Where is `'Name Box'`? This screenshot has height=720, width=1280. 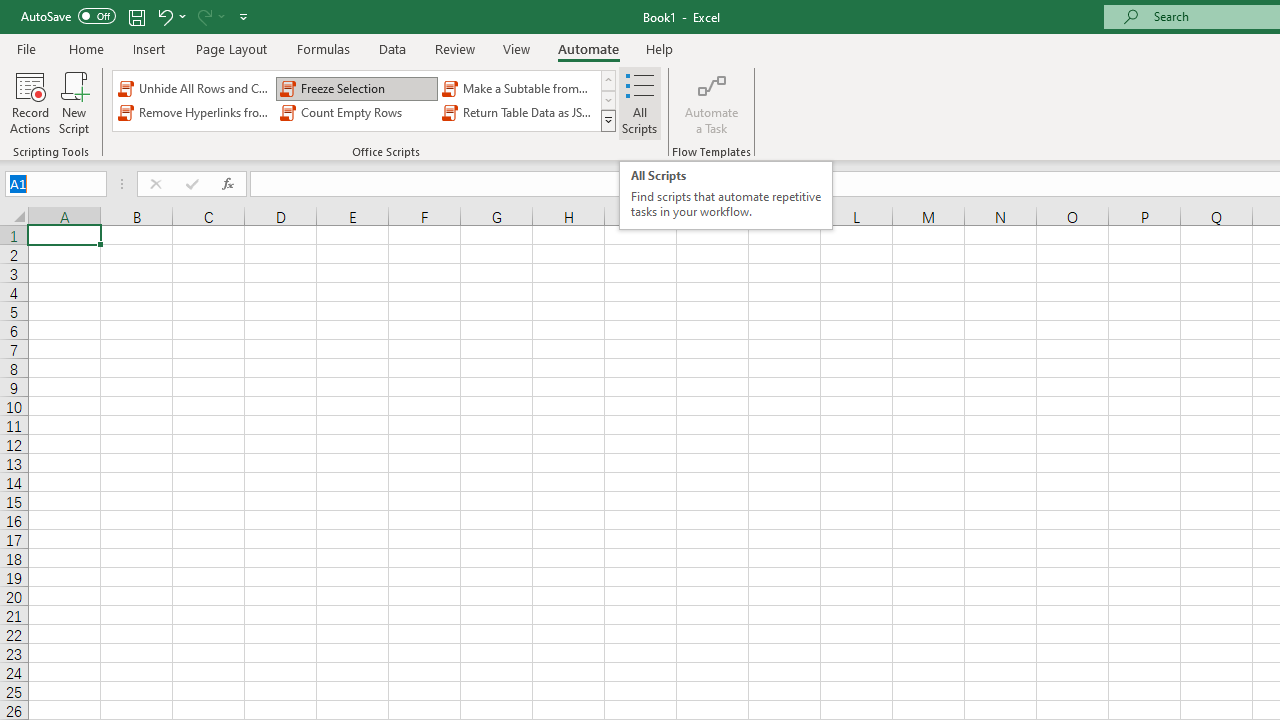 'Name Box' is located at coordinates (56, 183).